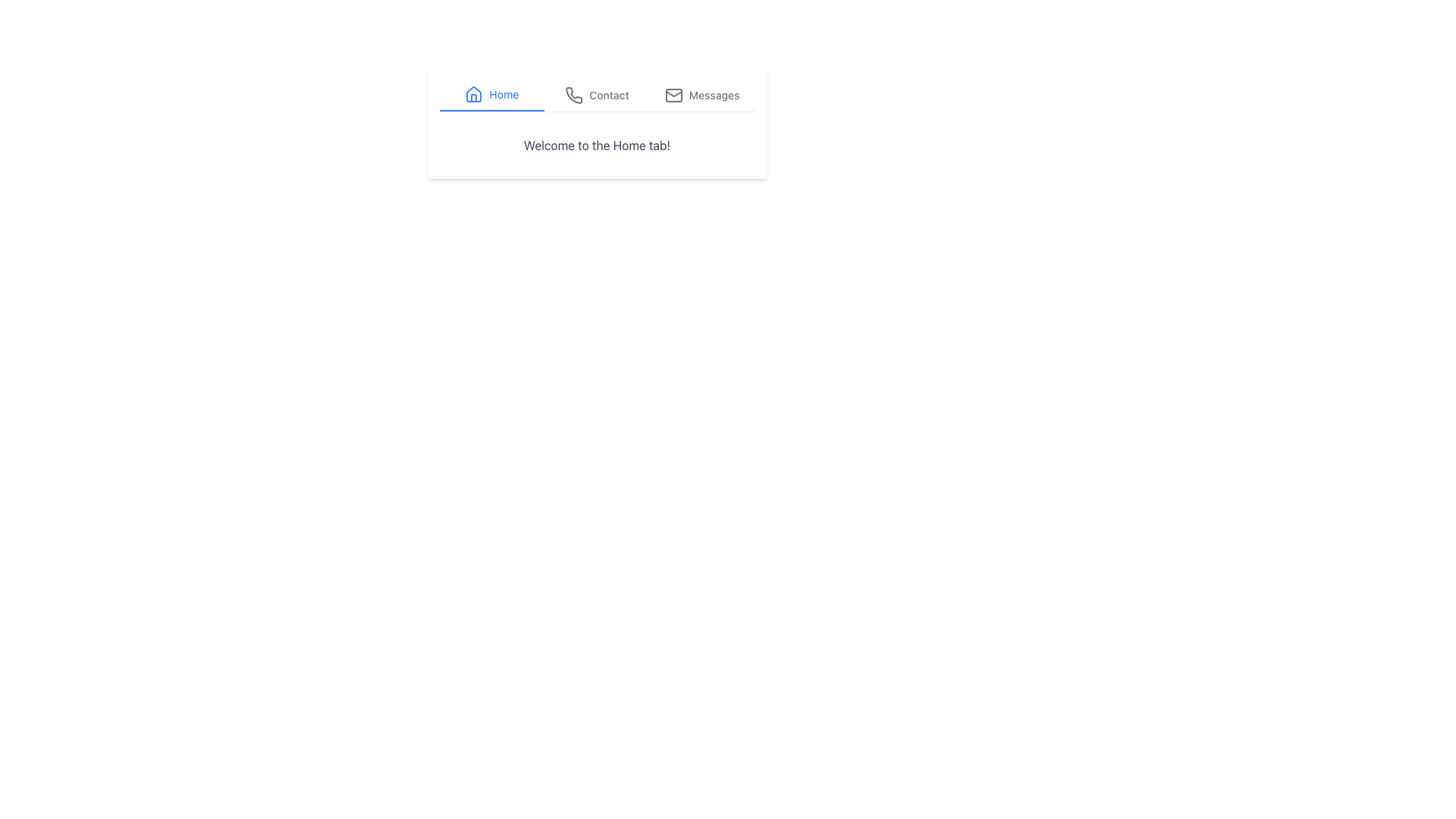 The width and height of the screenshot is (1456, 819). Describe the element at coordinates (573, 94) in the screenshot. I see `the navigation icon that represents a vector graphic for accessing contact or call features, located second from the left in the row of navigation icons` at that location.